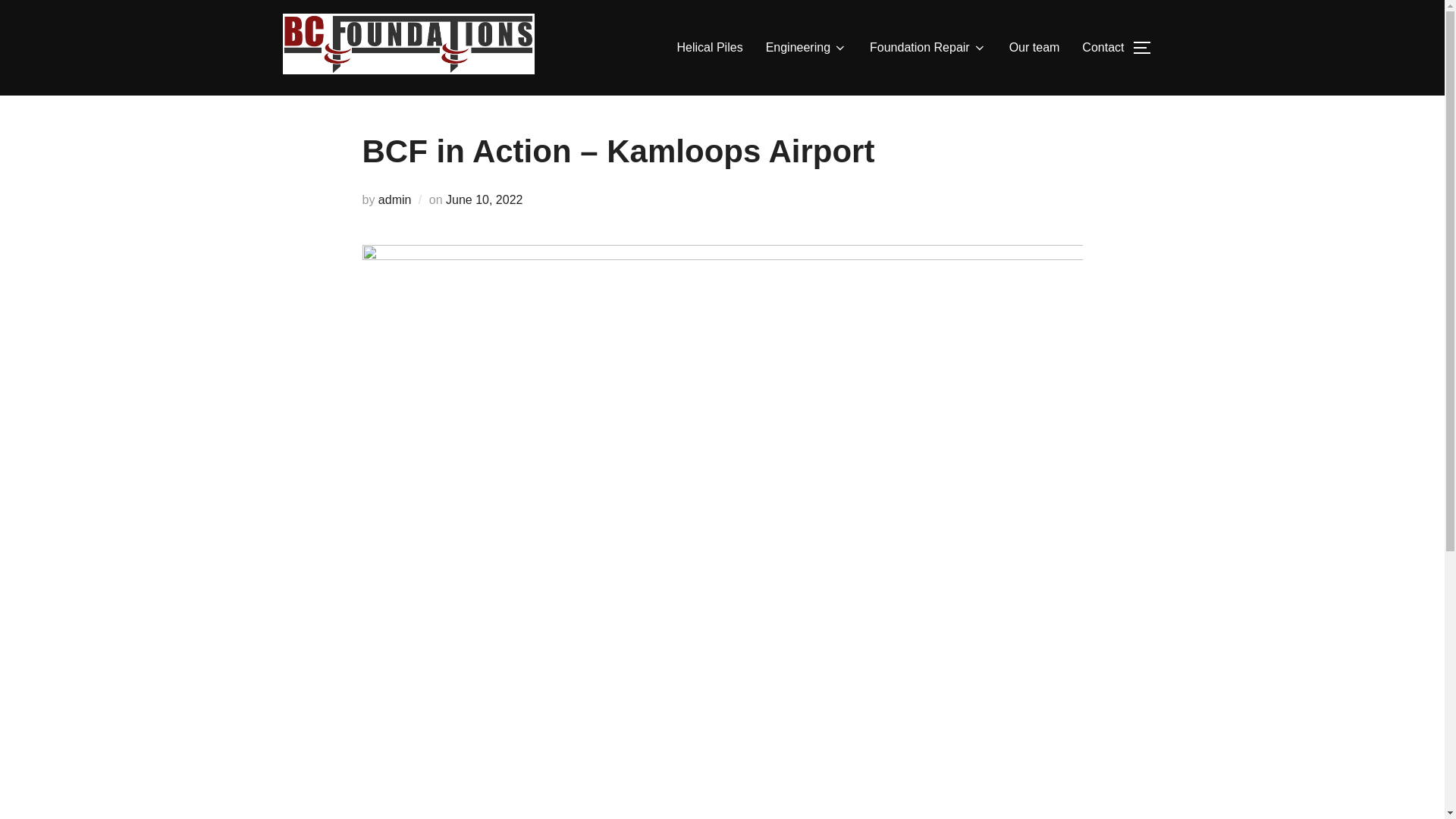  I want to click on 'Contact', so click(1103, 46).